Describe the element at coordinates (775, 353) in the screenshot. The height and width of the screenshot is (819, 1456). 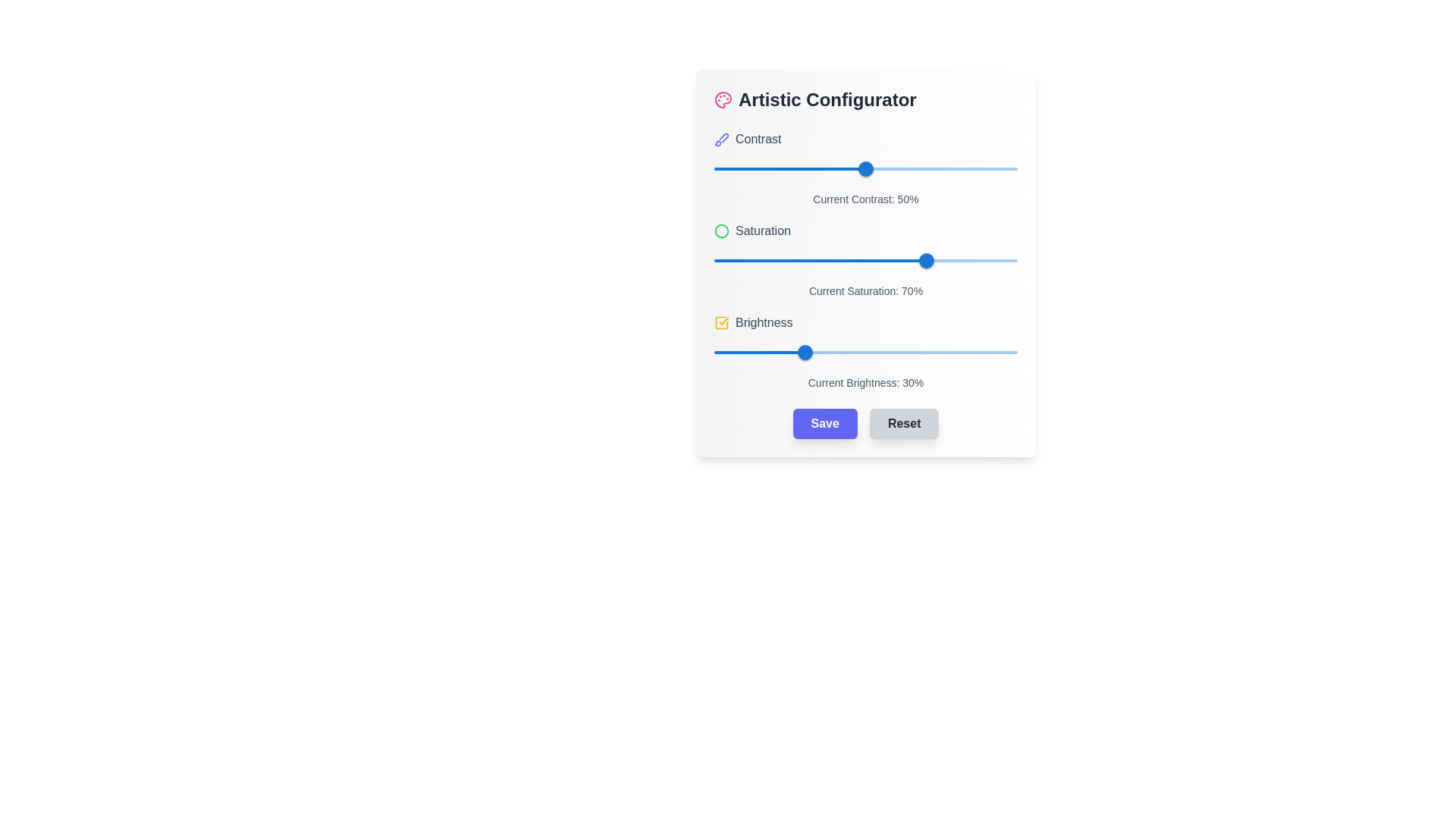
I see `the brightness` at that location.